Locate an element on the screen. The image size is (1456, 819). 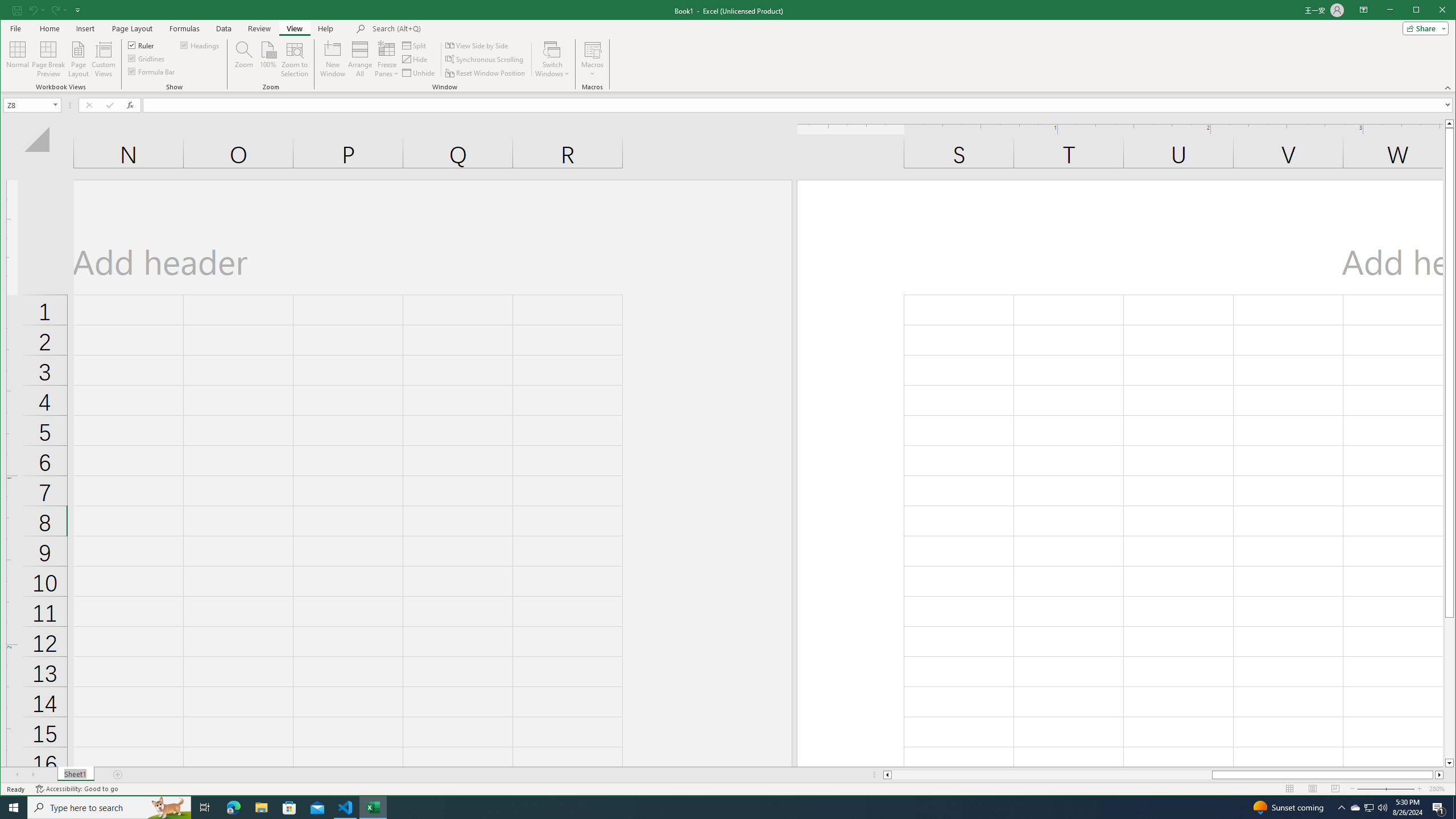
'Add Sheet' is located at coordinates (118, 775).